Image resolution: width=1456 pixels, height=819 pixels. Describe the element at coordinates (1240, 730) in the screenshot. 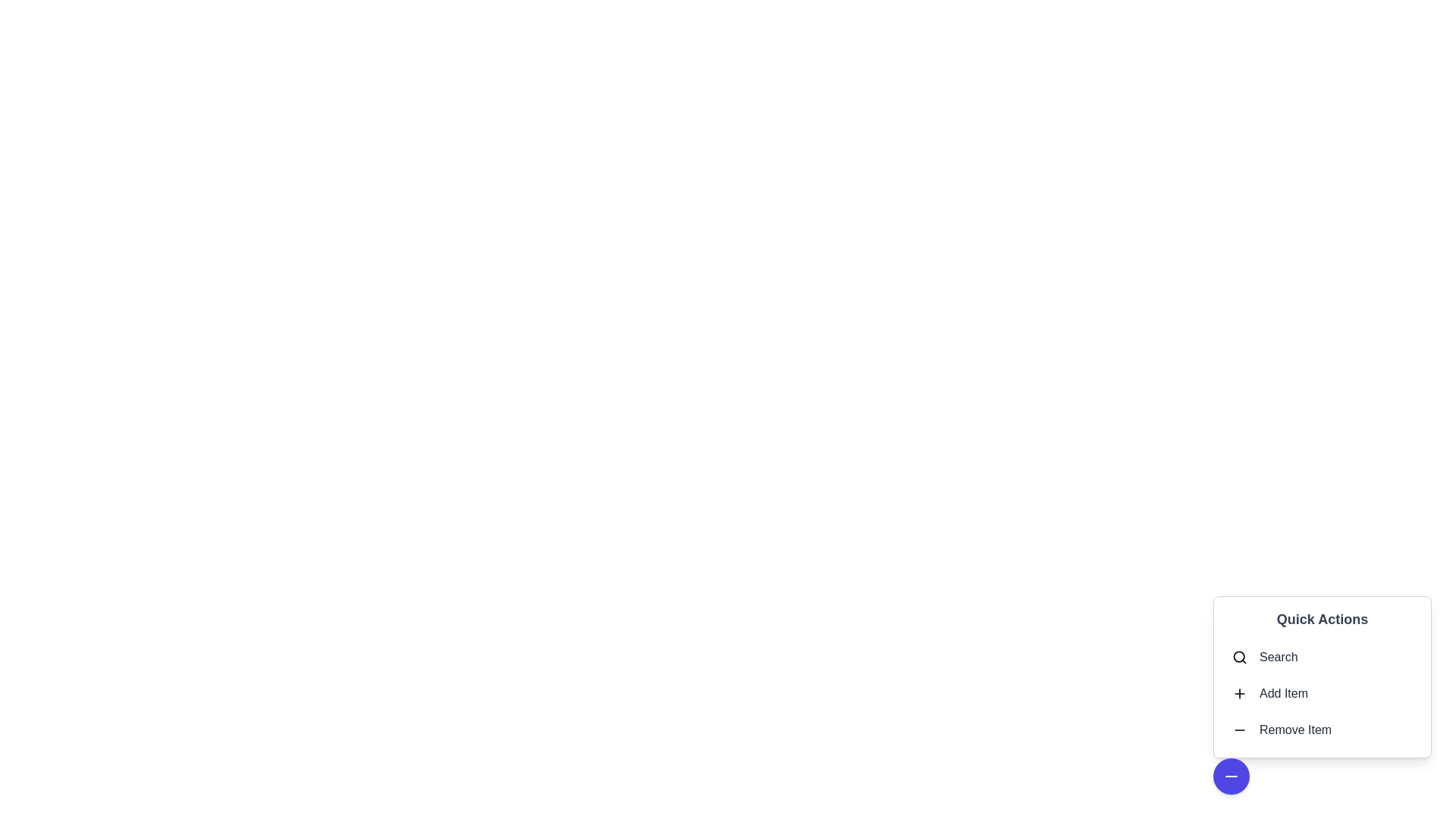

I see `the 'Remove Item' button located in the 'Quick Actions' menu` at that location.